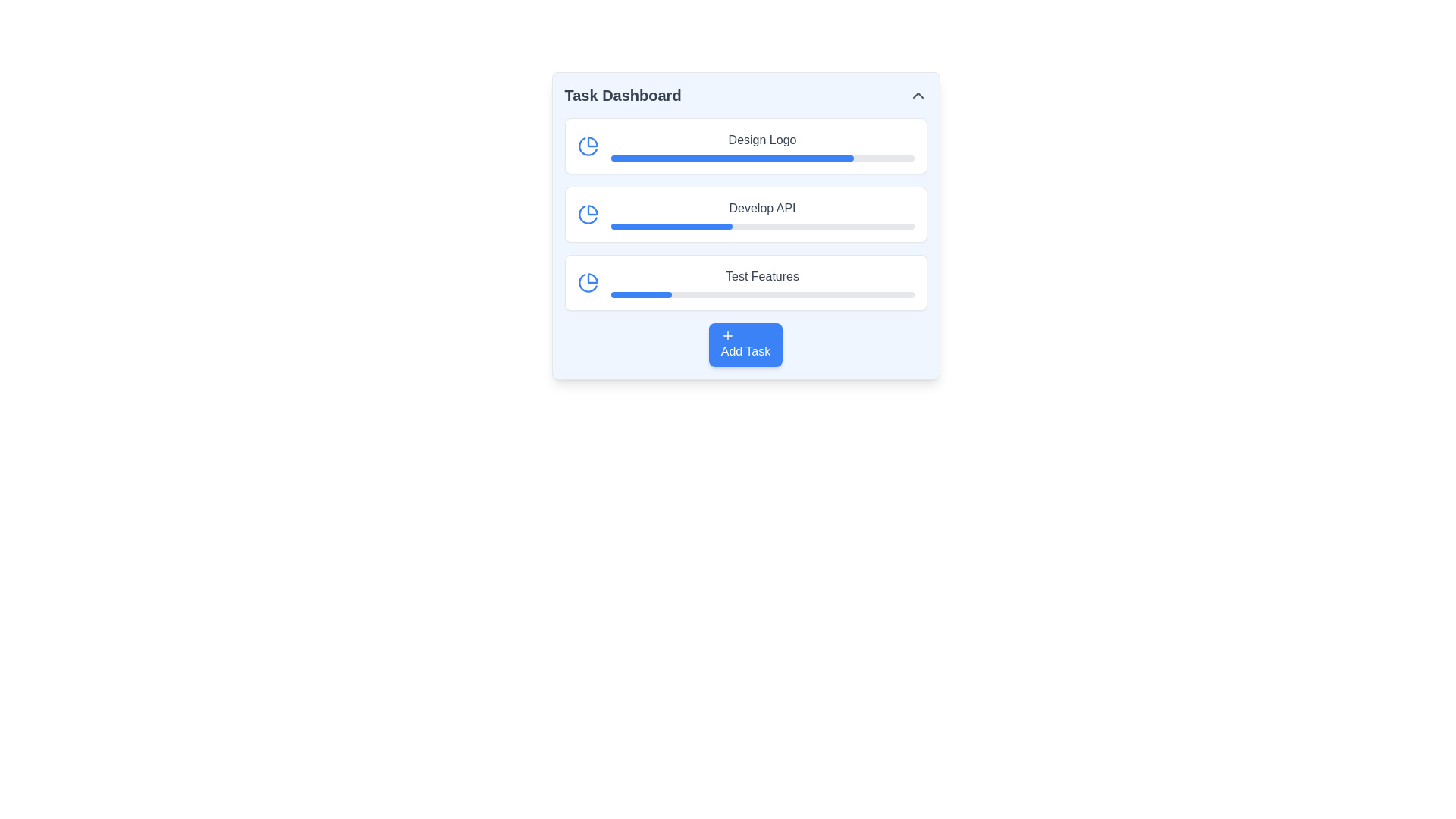 The width and height of the screenshot is (1456, 819). Describe the element at coordinates (762, 277) in the screenshot. I see `the 'Test Features' text label in the task dashboard, which is located above the blue progress bar and below the dashboard title` at that location.